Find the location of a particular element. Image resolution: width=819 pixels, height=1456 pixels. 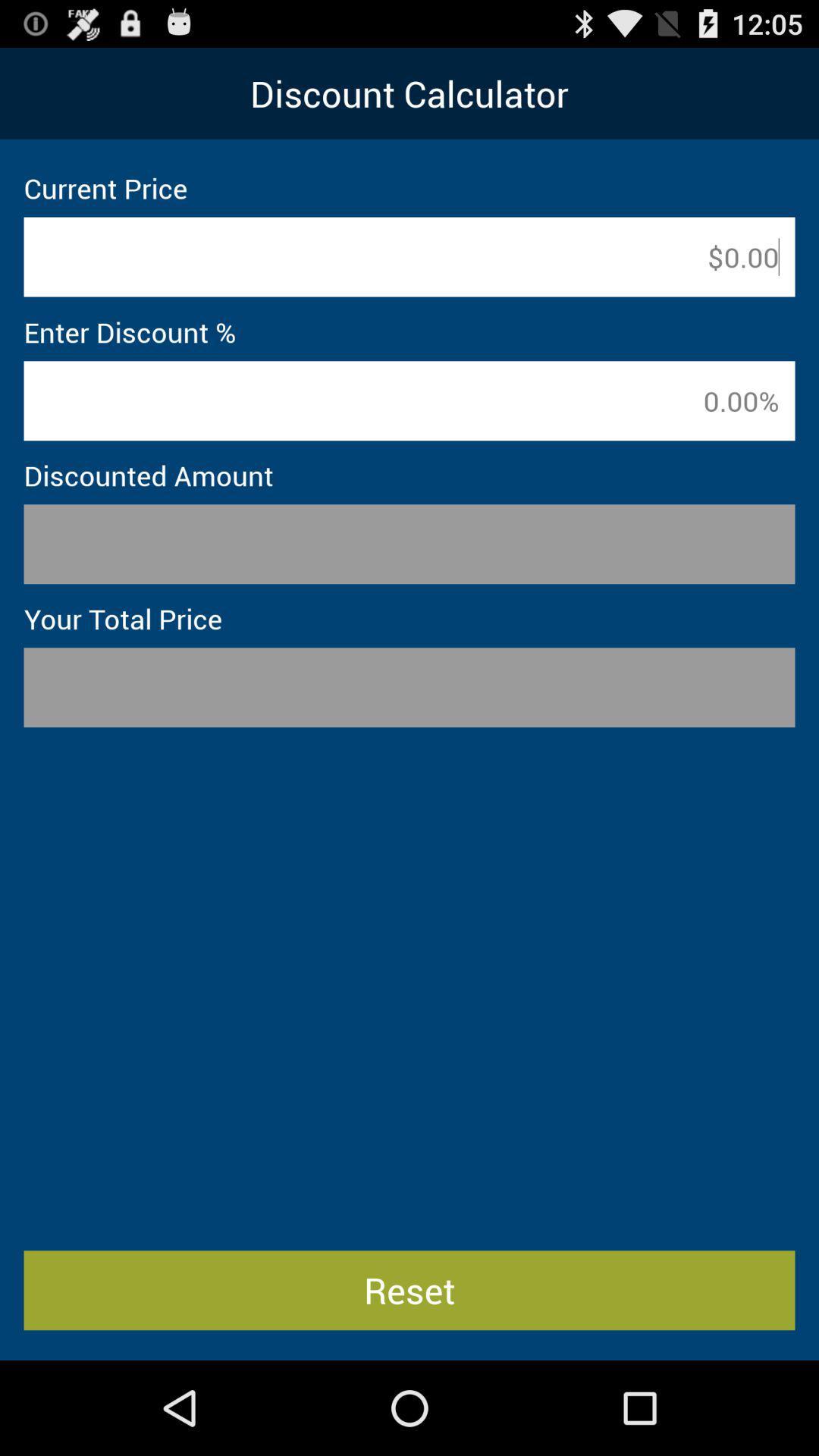

discount value is located at coordinates (409, 400).